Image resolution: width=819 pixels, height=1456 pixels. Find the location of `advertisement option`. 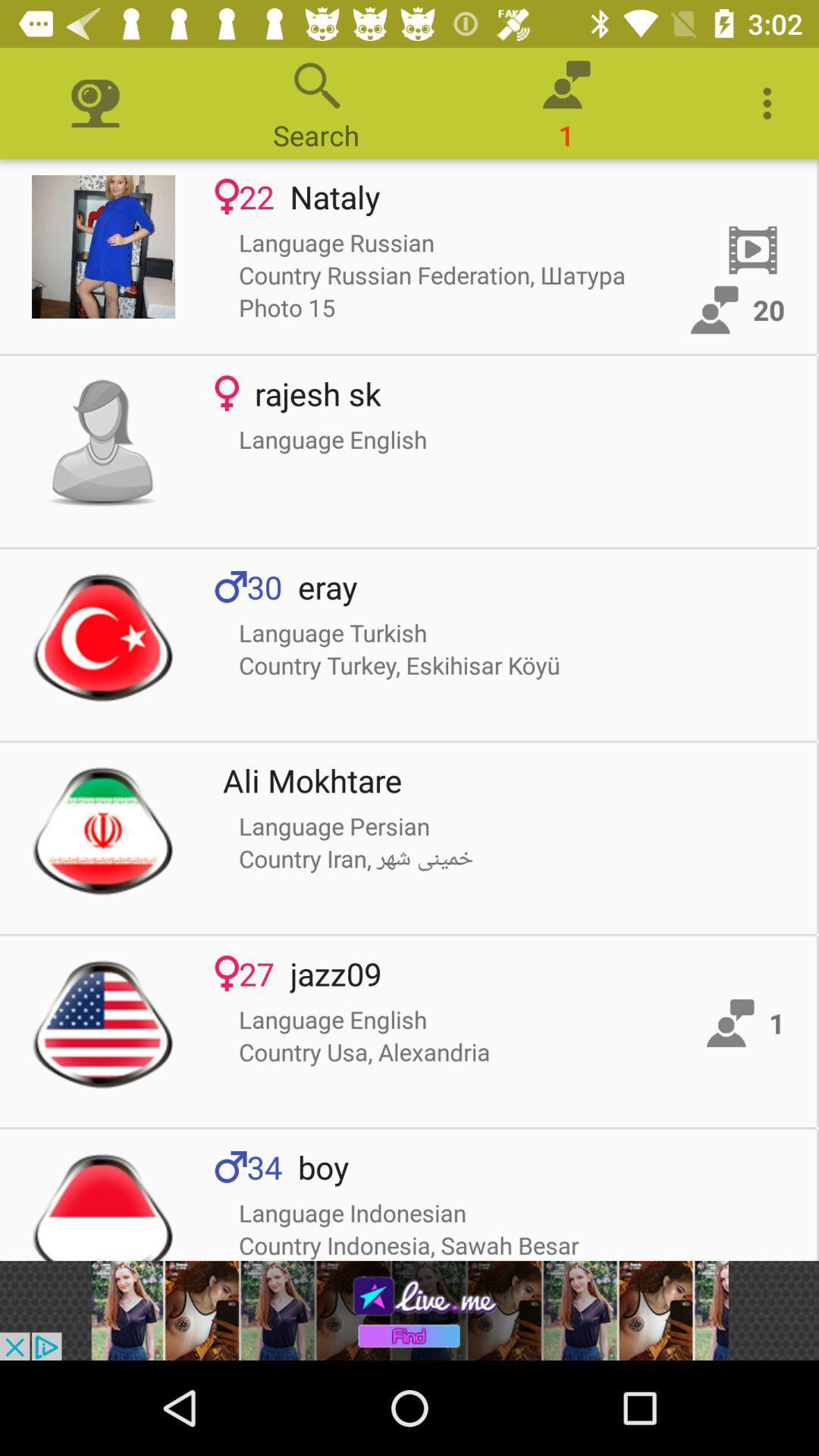

advertisement option is located at coordinates (409, 1310).